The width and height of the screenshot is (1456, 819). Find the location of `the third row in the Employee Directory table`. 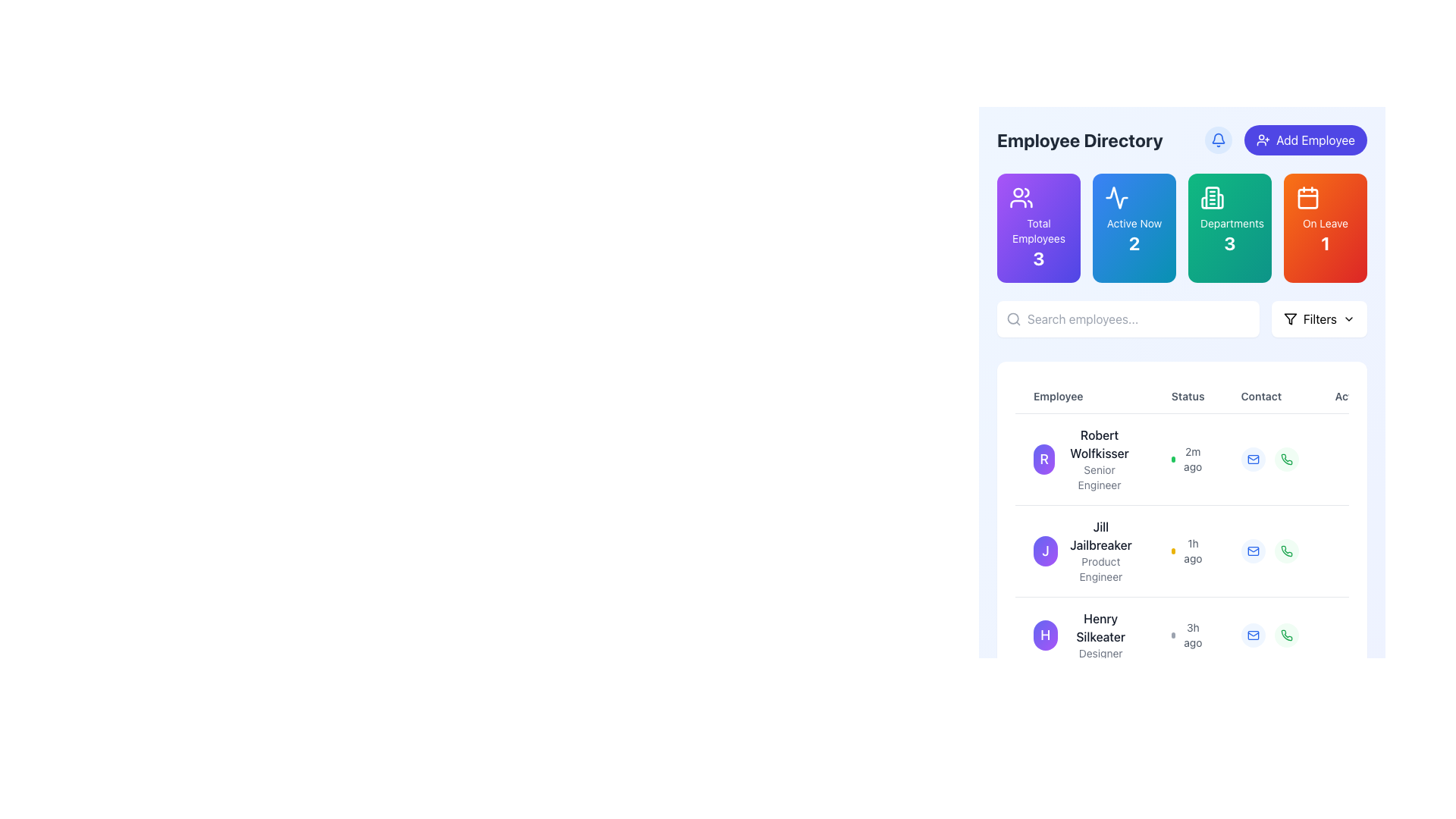

the third row in the Employee Directory table is located at coordinates (1203, 635).